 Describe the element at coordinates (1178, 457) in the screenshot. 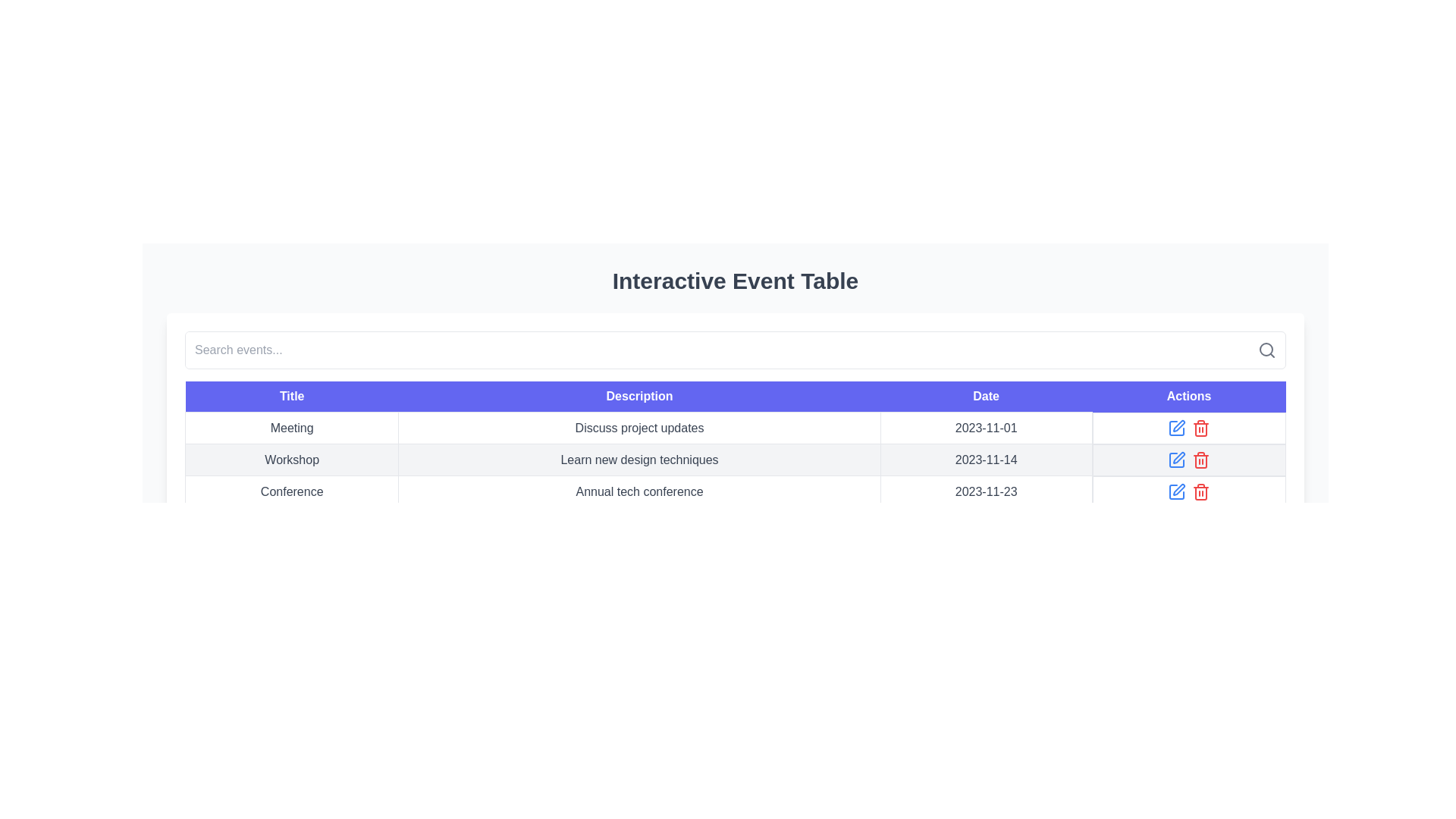

I see `the navigation keys` at that location.